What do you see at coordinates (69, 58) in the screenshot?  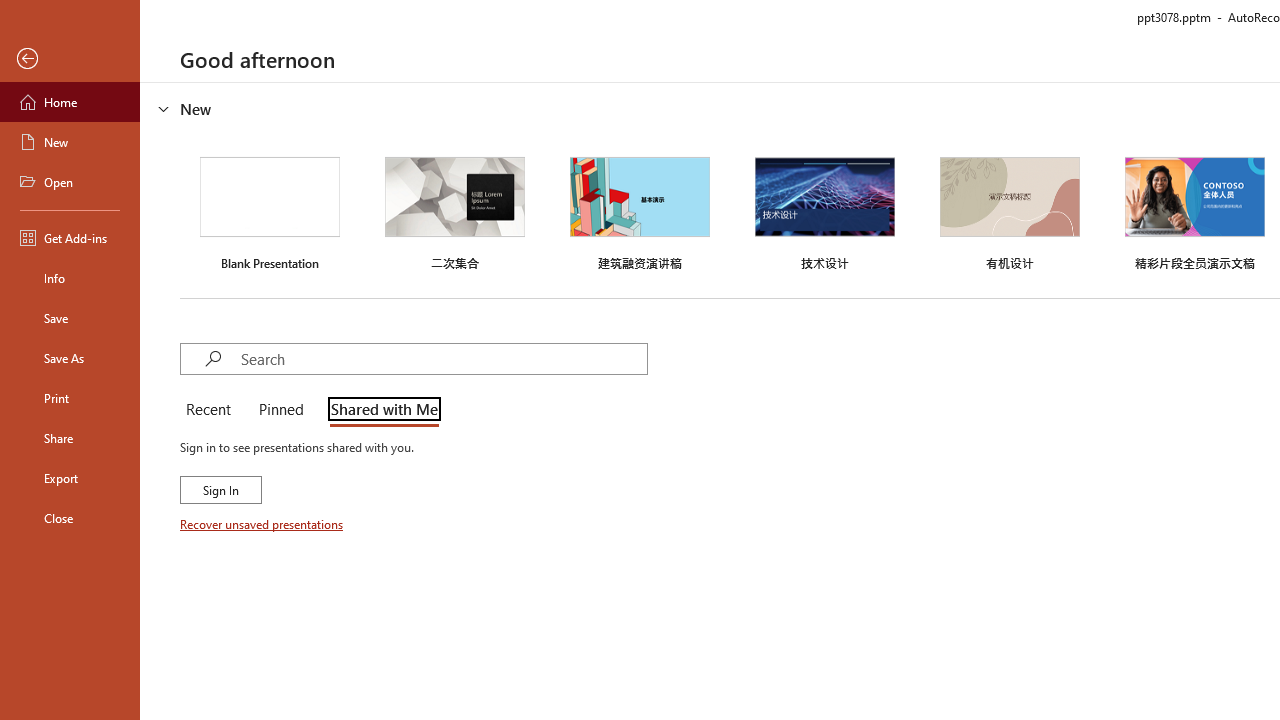 I see `'Back'` at bounding box center [69, 58].